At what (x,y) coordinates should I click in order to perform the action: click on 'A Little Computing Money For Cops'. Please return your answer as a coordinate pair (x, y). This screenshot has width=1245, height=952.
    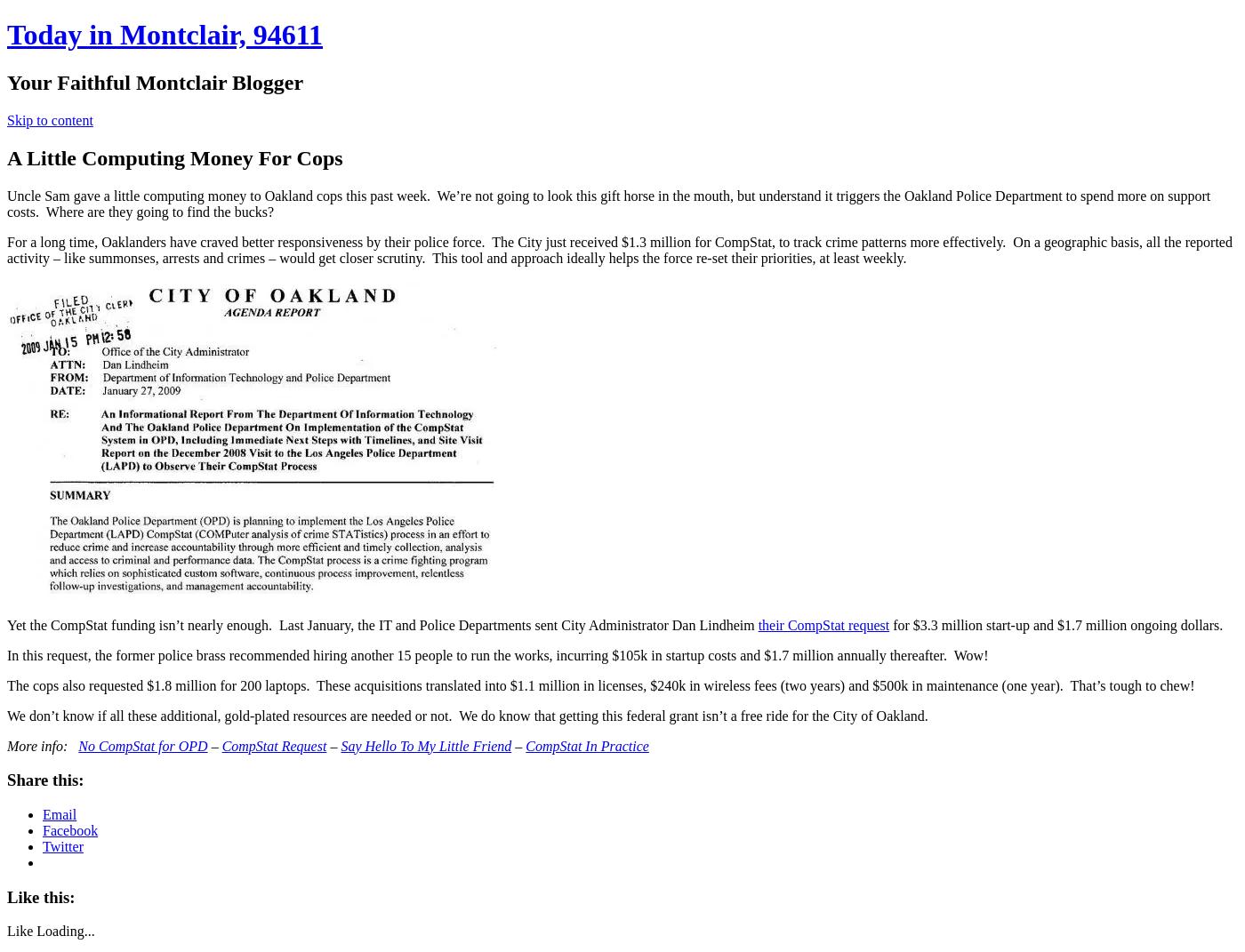
    Looking at the image, I should click on (174, 156).